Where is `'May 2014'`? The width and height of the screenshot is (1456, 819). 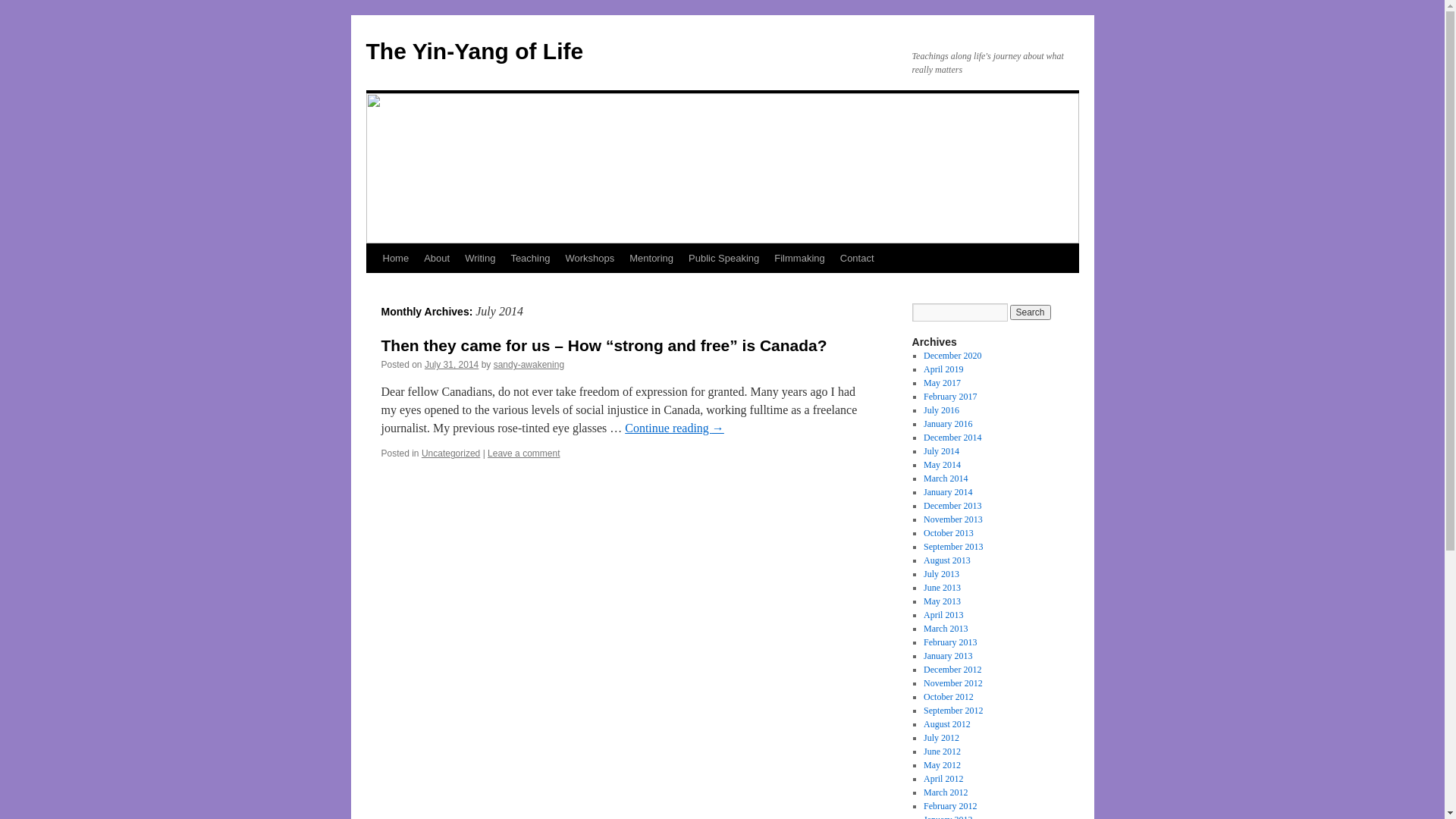 'May 2014' is located at coordinates (923, 464).